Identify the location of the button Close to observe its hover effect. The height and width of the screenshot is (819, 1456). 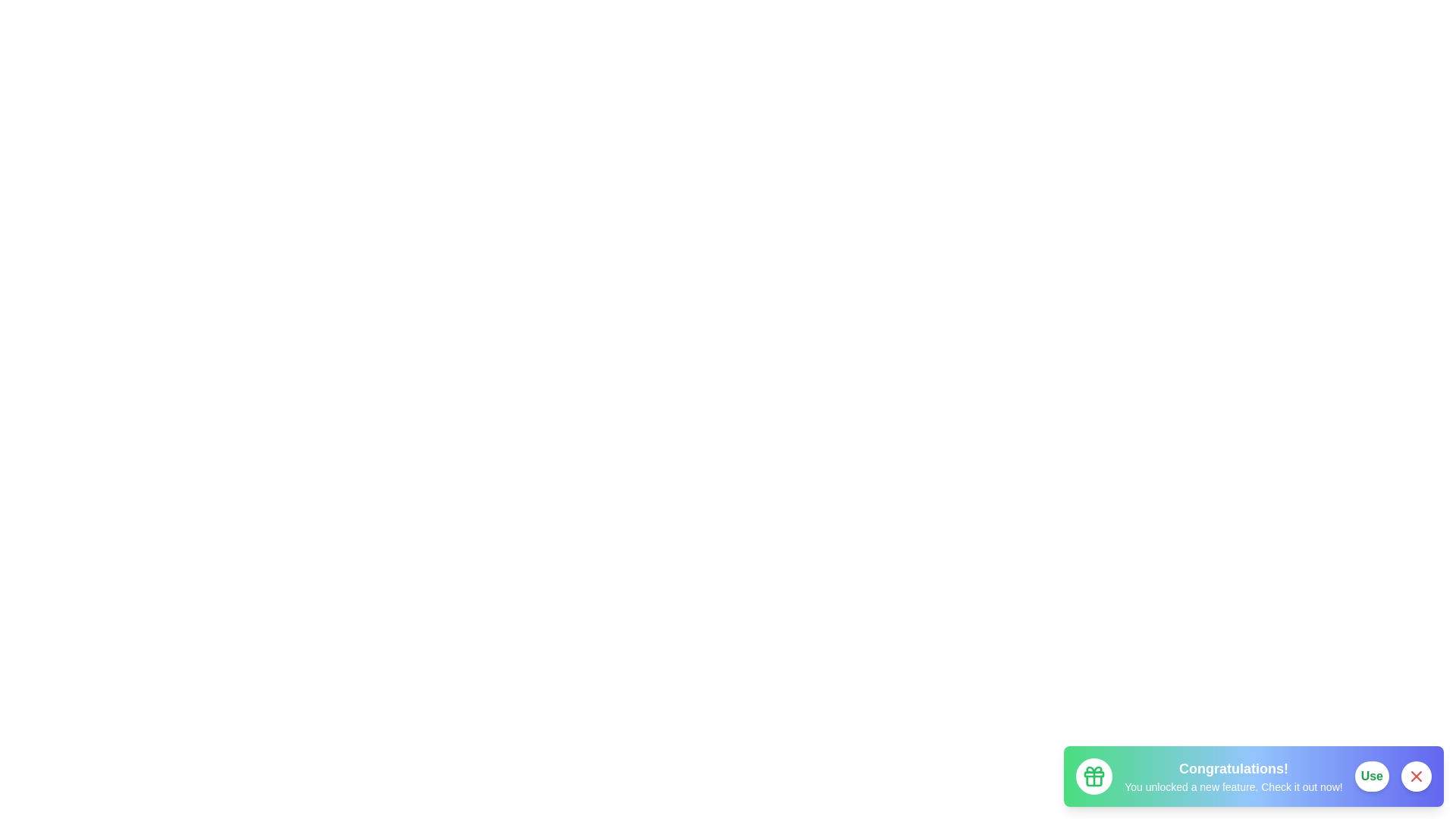
(1415, 776).